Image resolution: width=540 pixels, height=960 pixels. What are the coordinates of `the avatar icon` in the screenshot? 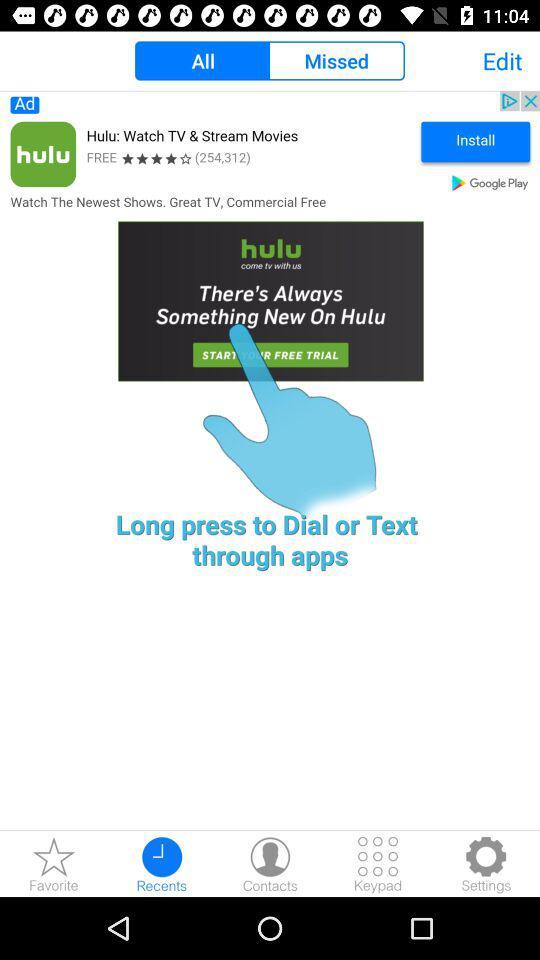 It's located at (270, 863).